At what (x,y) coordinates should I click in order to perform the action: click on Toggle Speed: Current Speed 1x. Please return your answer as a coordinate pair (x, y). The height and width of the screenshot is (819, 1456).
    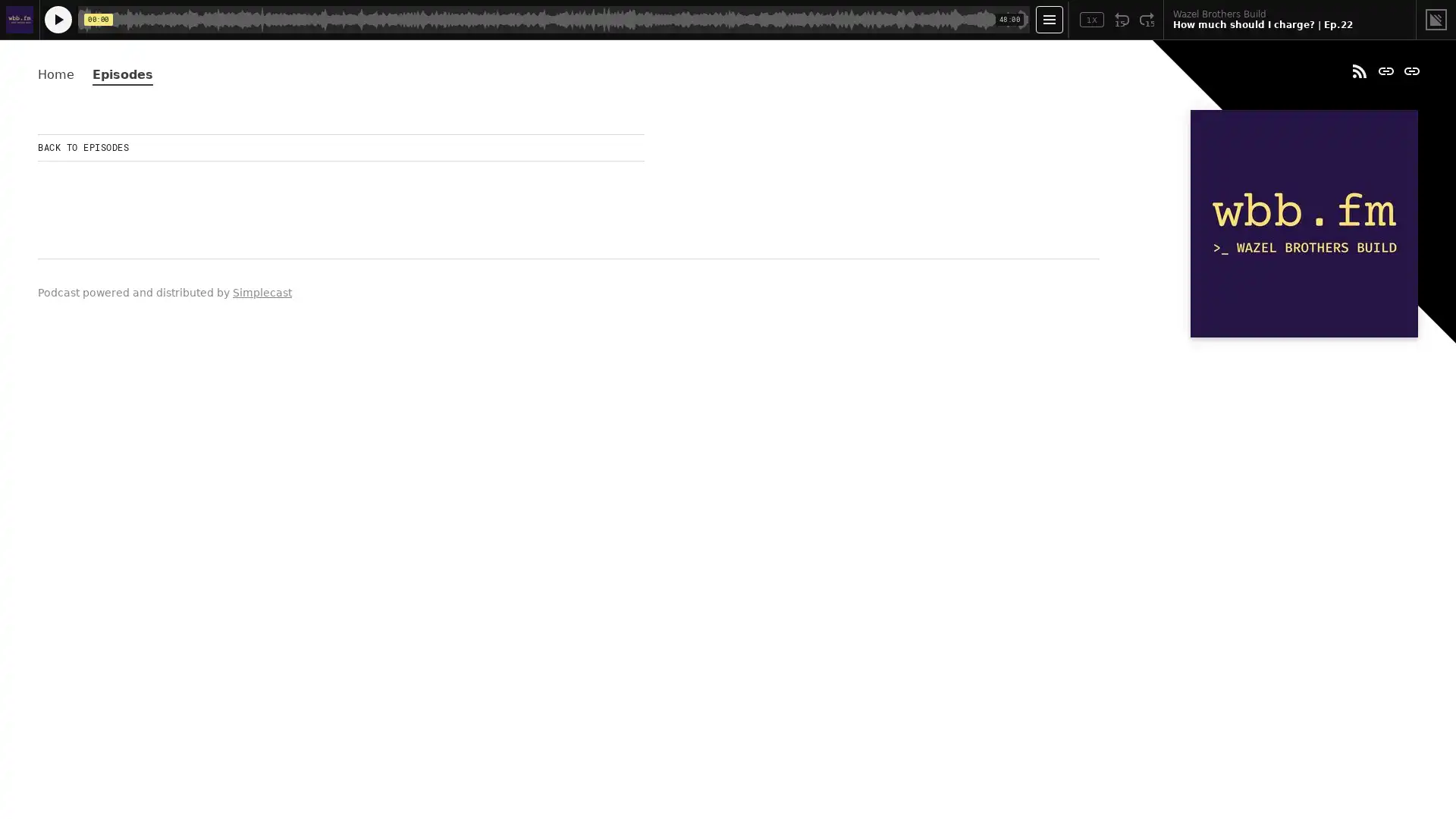
    Looking at the image, I should click on (1092, 20).